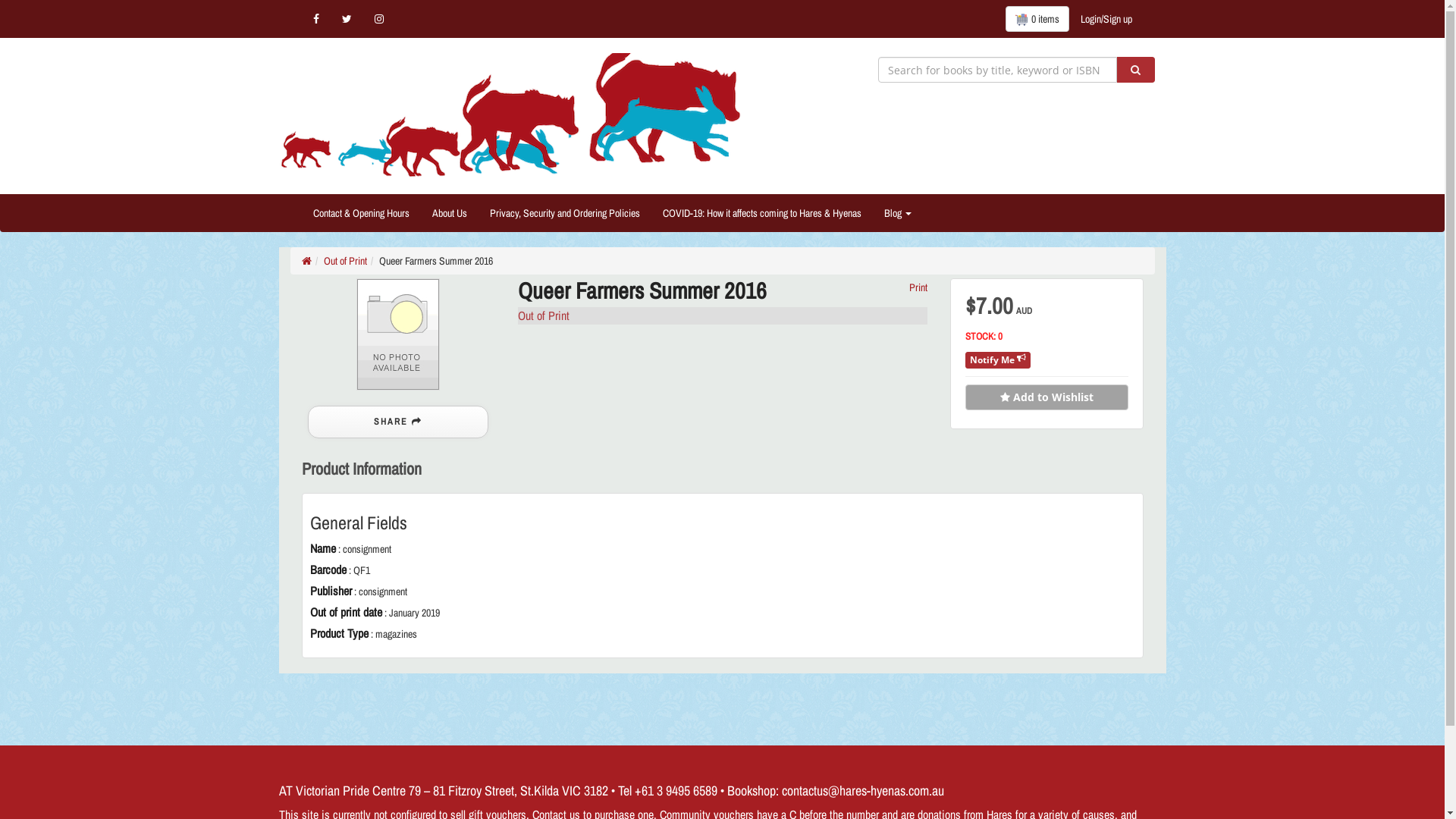 The image size is (1456, 819). Describe the element at coordinates (360, 213) in the screenshot. I see `'Contact & Opening Hours'` at that location.